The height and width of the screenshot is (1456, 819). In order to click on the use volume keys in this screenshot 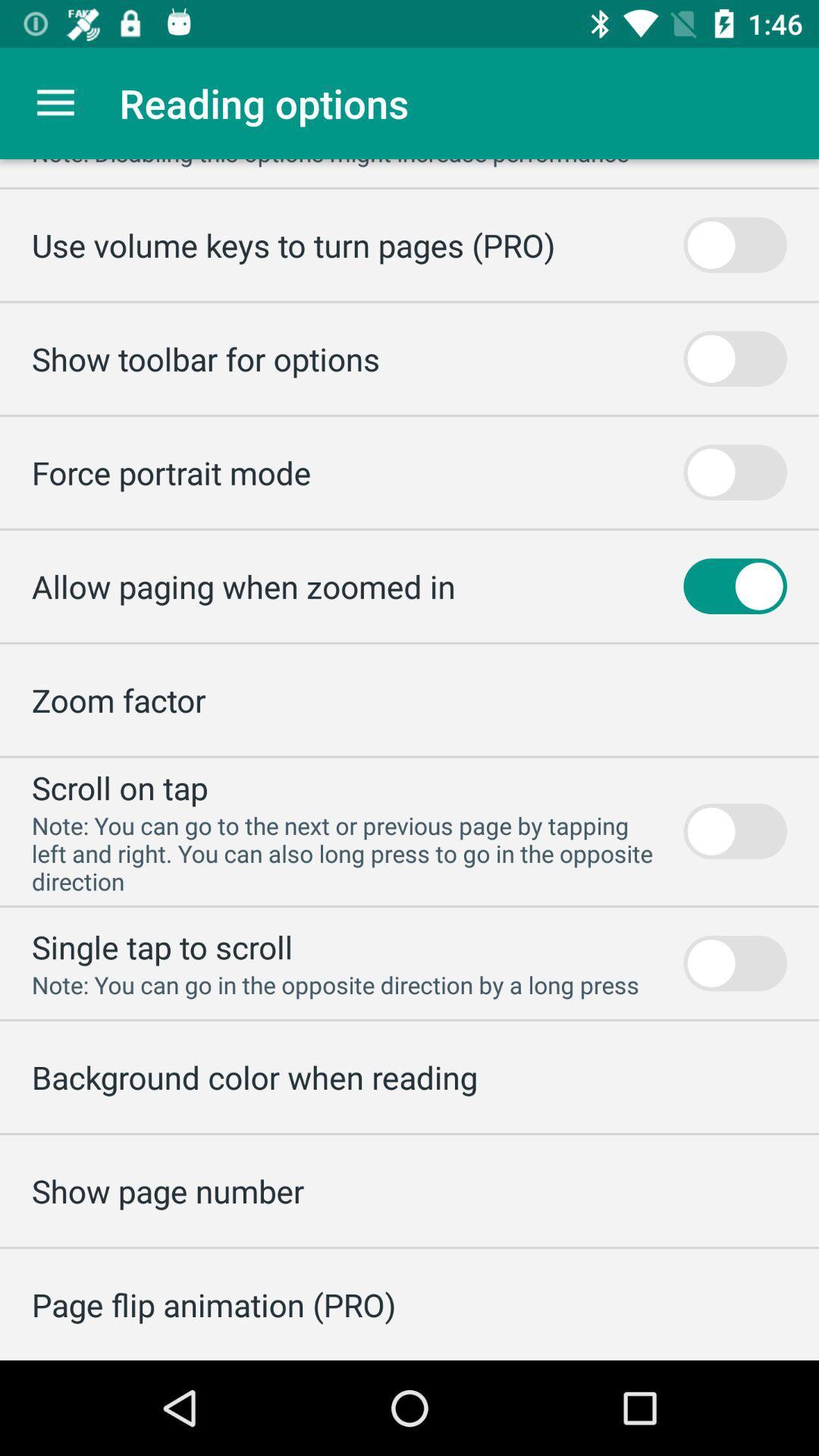, I will do `click(293, 245)`.